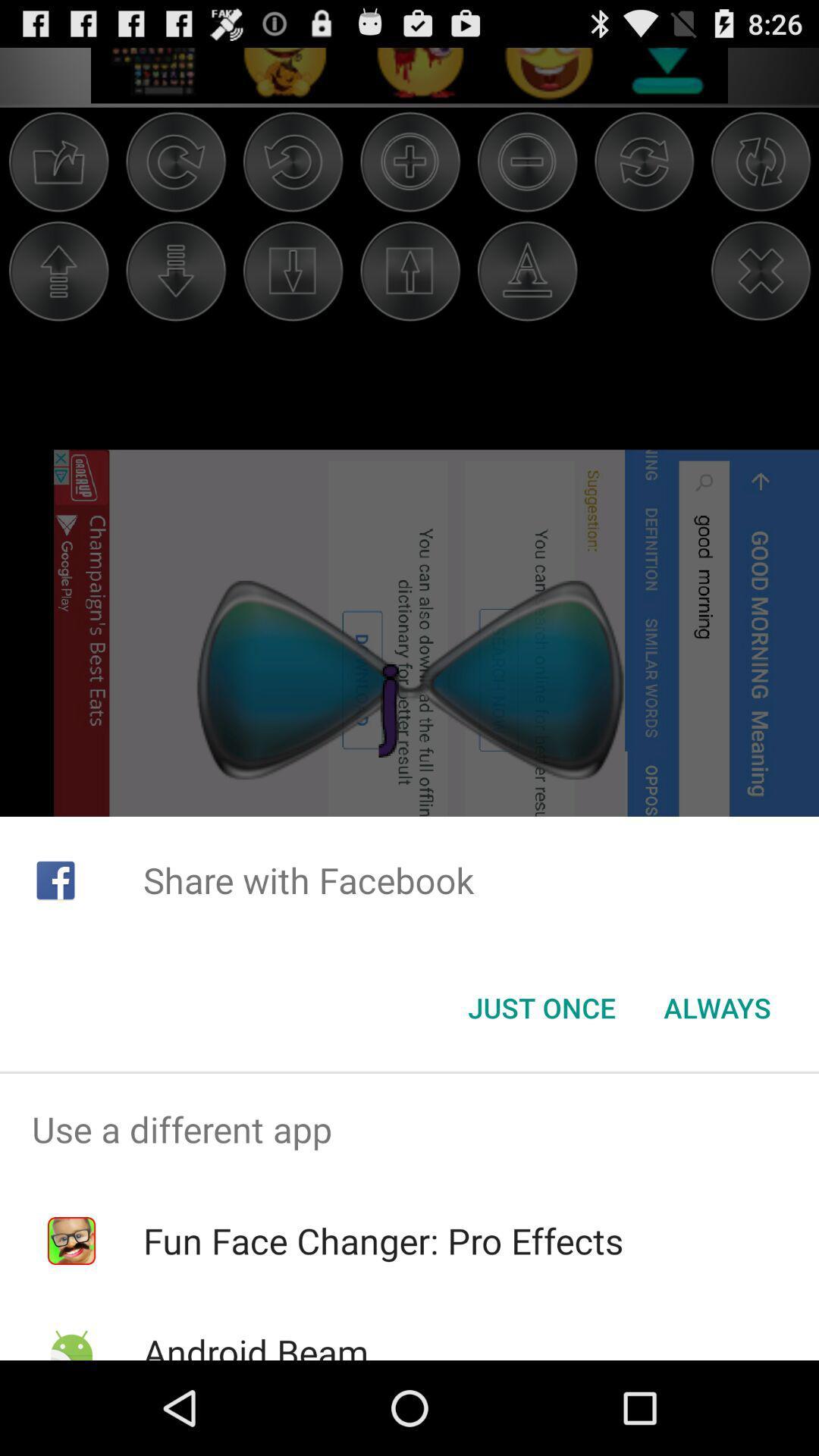 This screenshot has width=819, height=1456. I want to click on just once, so click(541, 1008).